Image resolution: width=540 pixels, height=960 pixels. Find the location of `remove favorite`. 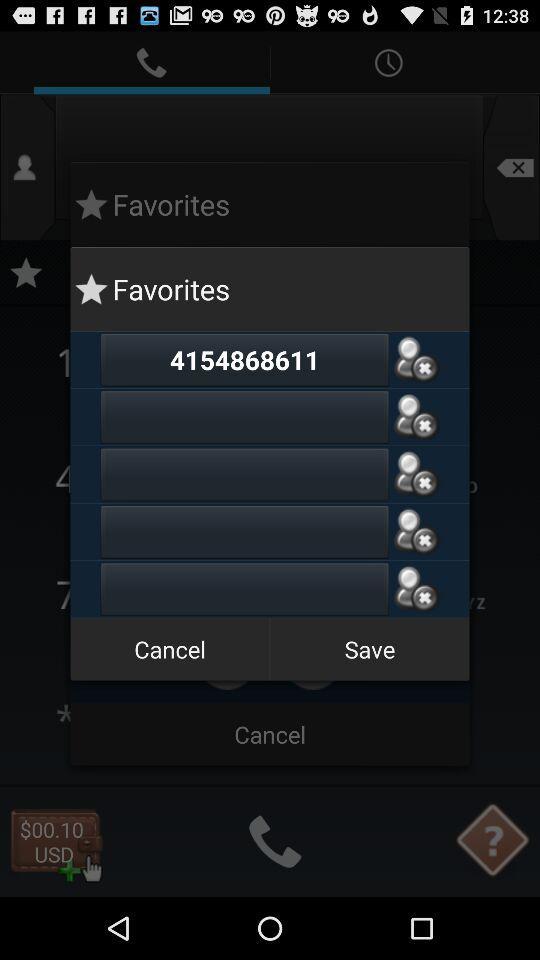

remove favorite is located at coordinates (415, 530).